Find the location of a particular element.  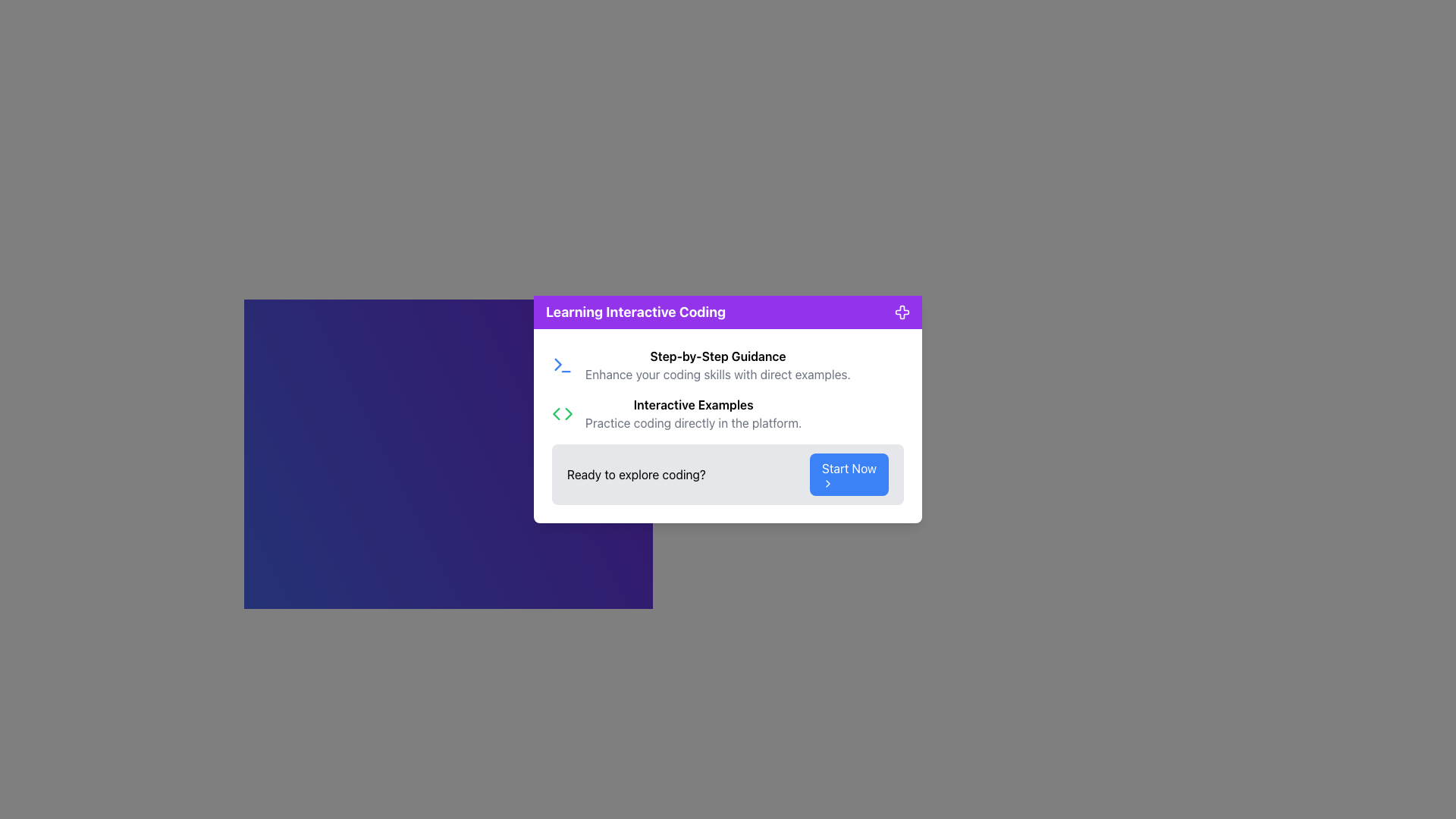

the rightward-pointing chevron icon located within the blue rounded rectangular button labeled 'Start Now' in the 'Learning Interactive Coding' dialog is located at coordinates (827, 483).